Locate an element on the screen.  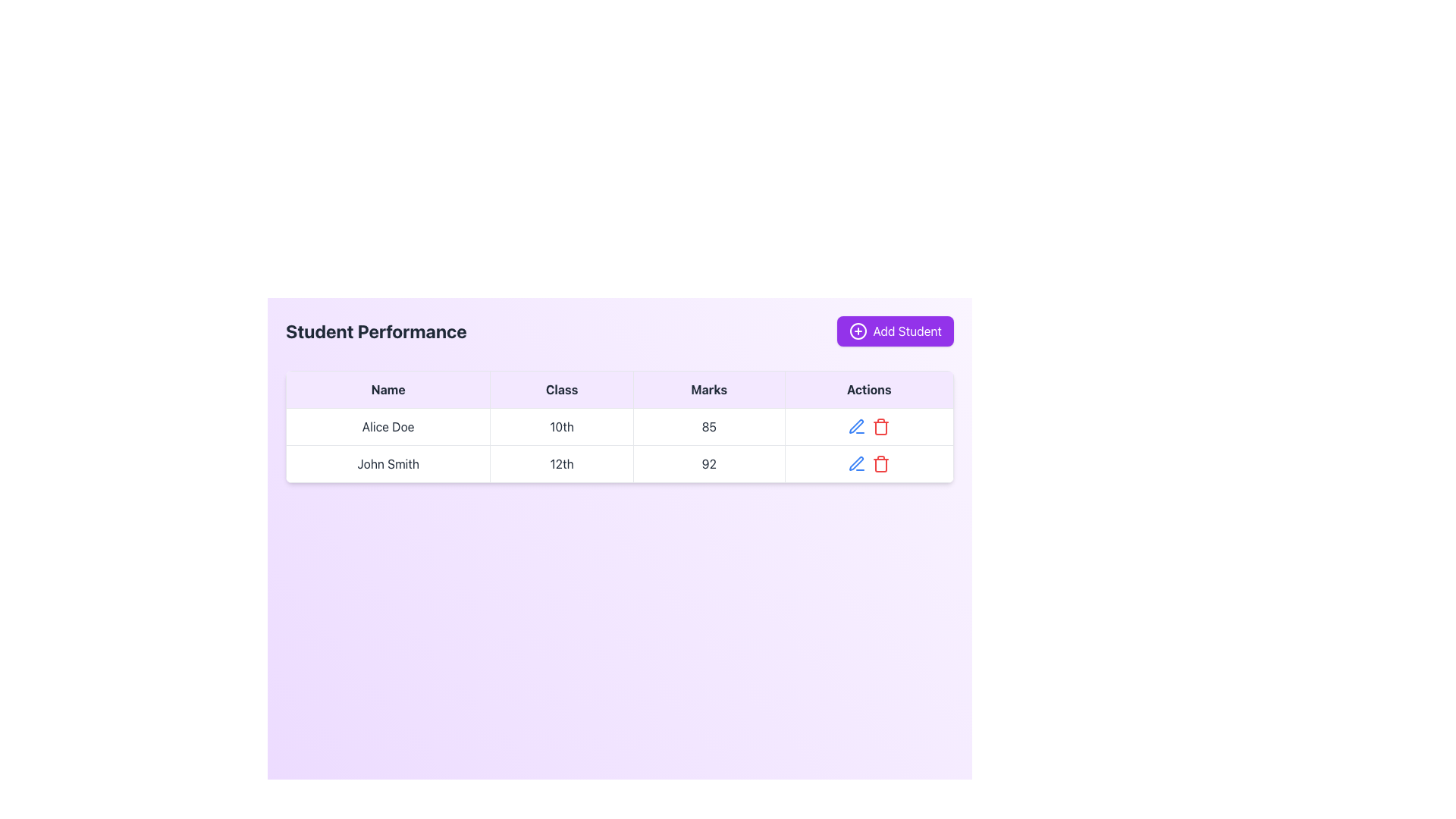
the edit icon button located in the second row of the table under the 'Actions' column, positioned to the left of the red trash bin icon is located at coordinates (857, 427).